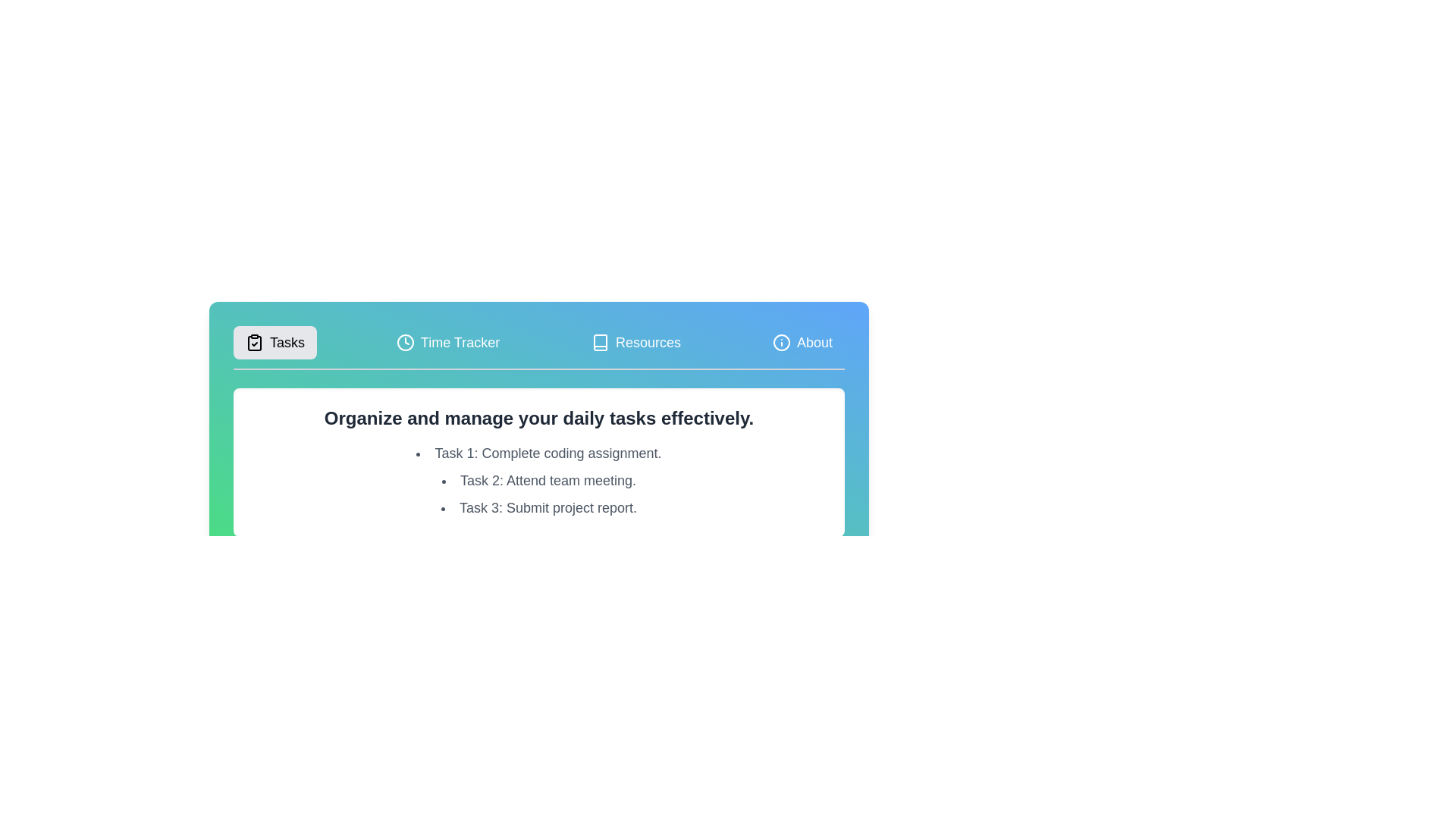 This screenshot has height=819, width=1456. I want to click on the tab labeled Resources, so click(636, 342).